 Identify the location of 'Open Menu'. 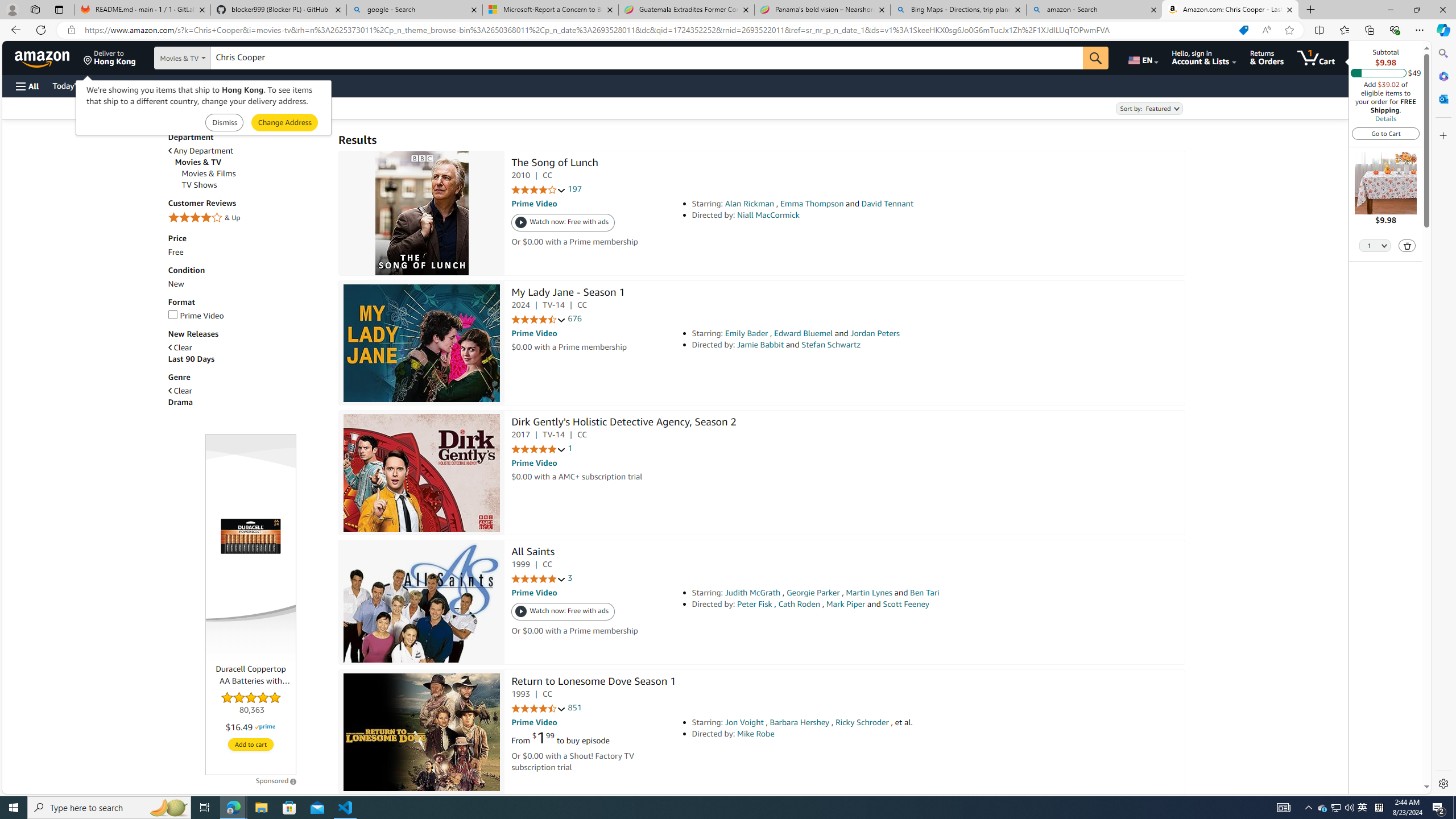
(26, 85).